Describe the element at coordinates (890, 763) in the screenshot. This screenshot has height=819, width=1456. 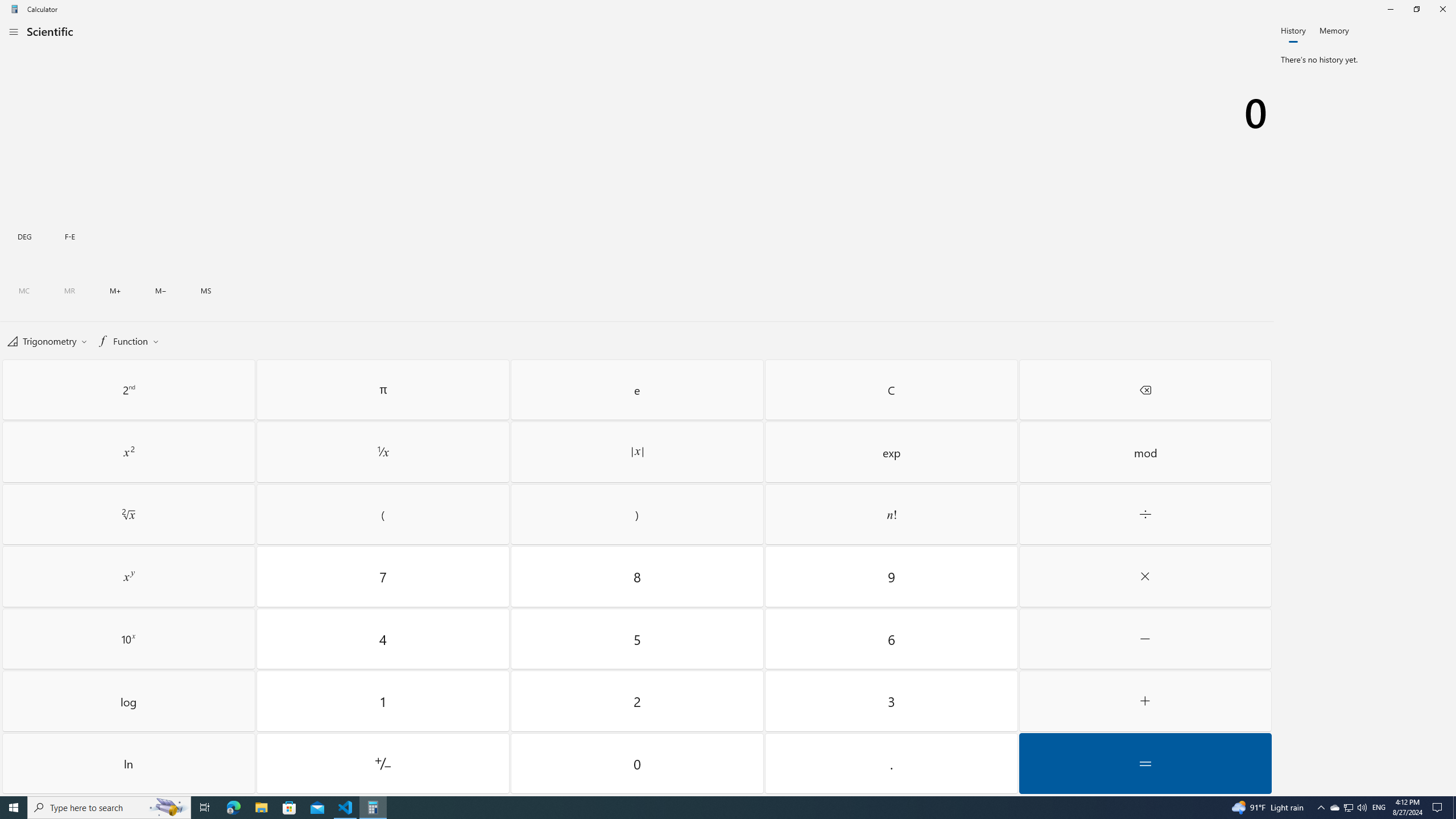
I see `'Decimal separator'` at that location.